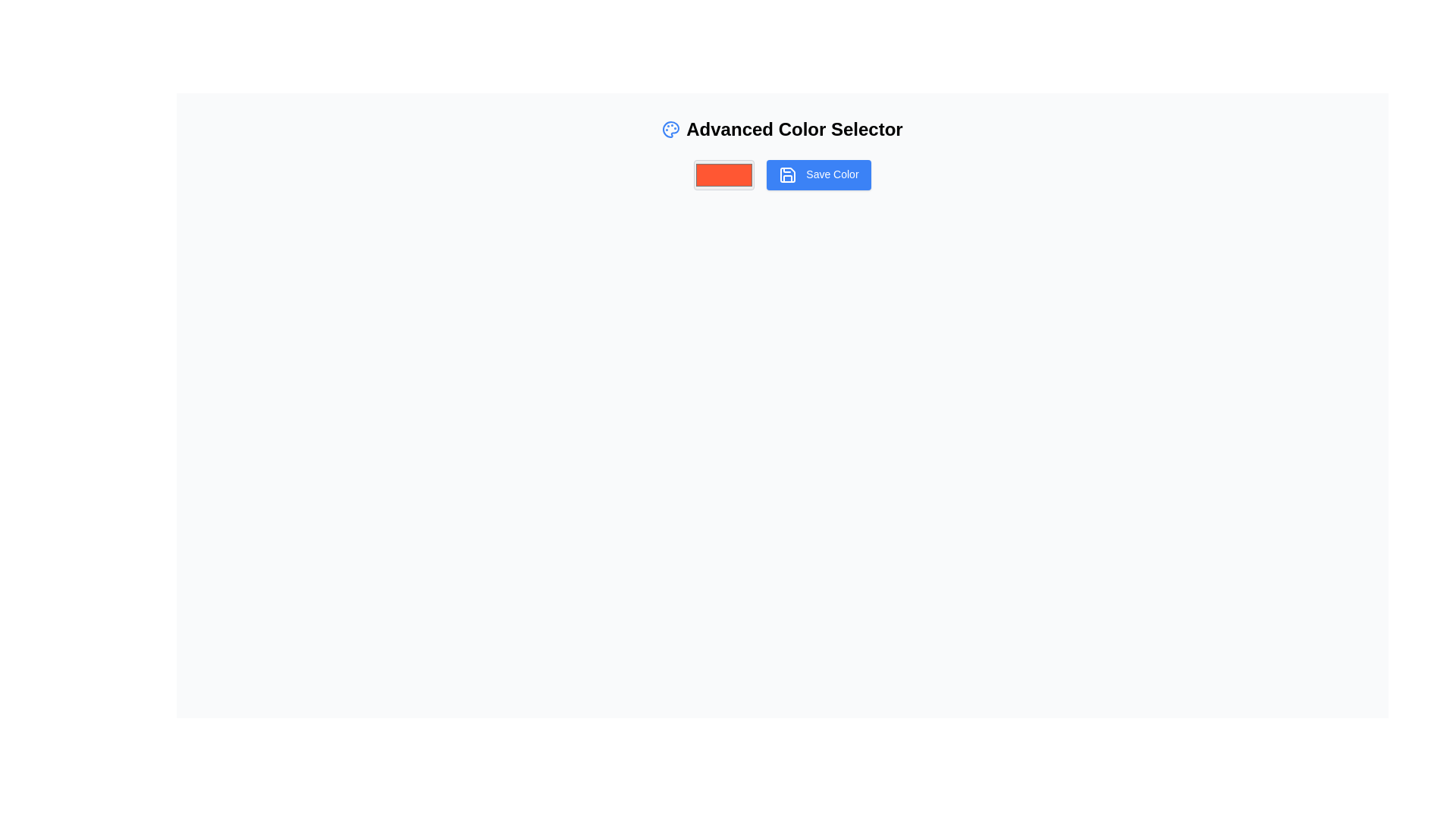 The image size is (1456, 819). I want to click on the save button located to the right of the color-selection box under the 'Advanced Color Selector' header, so click(783, 174).